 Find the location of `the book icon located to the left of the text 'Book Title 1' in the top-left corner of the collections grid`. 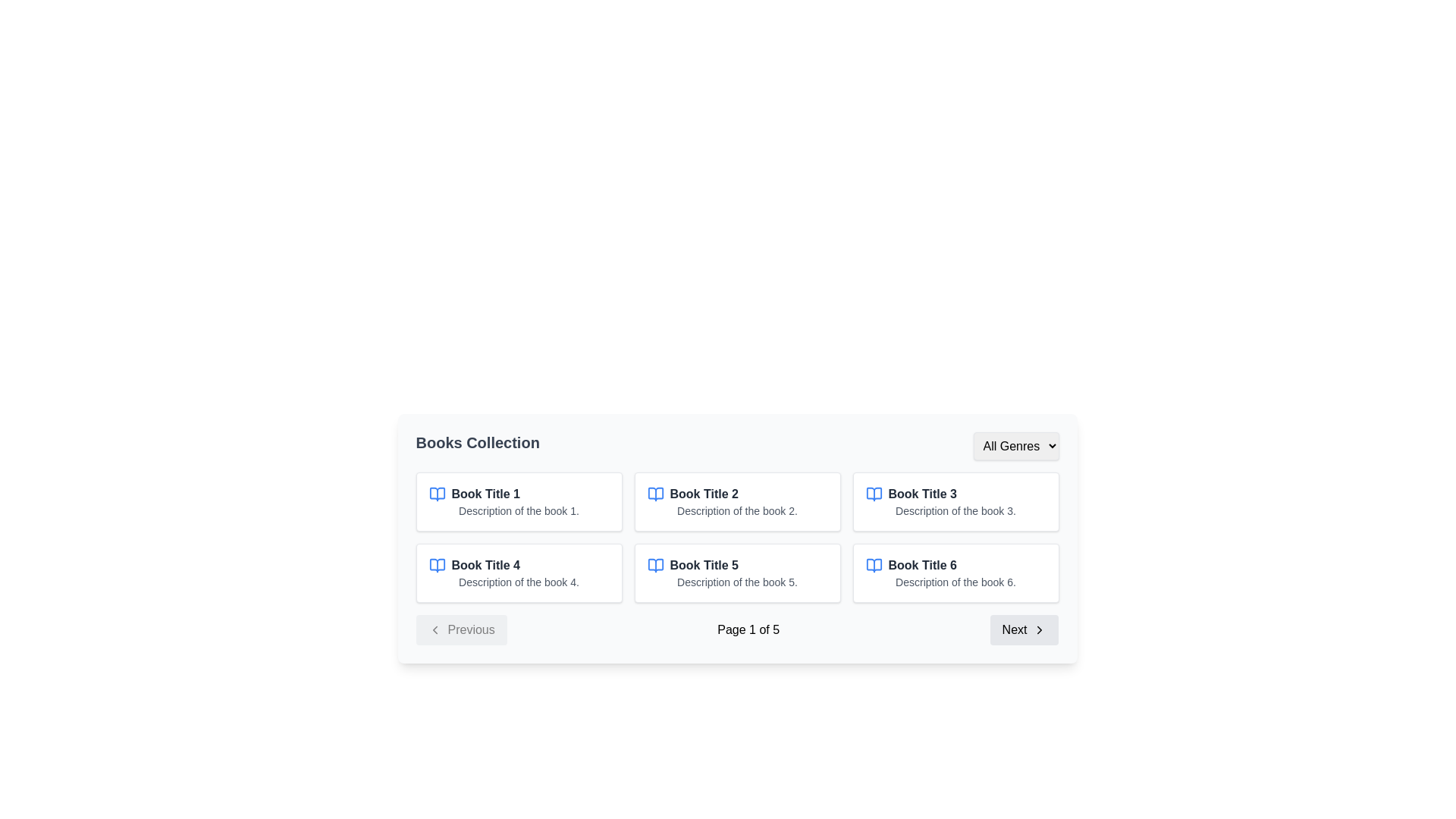

the book icon located to the left of the text 'Book Title 1' in the top-left corner of the collections grid is located at coordinates (436, 494).